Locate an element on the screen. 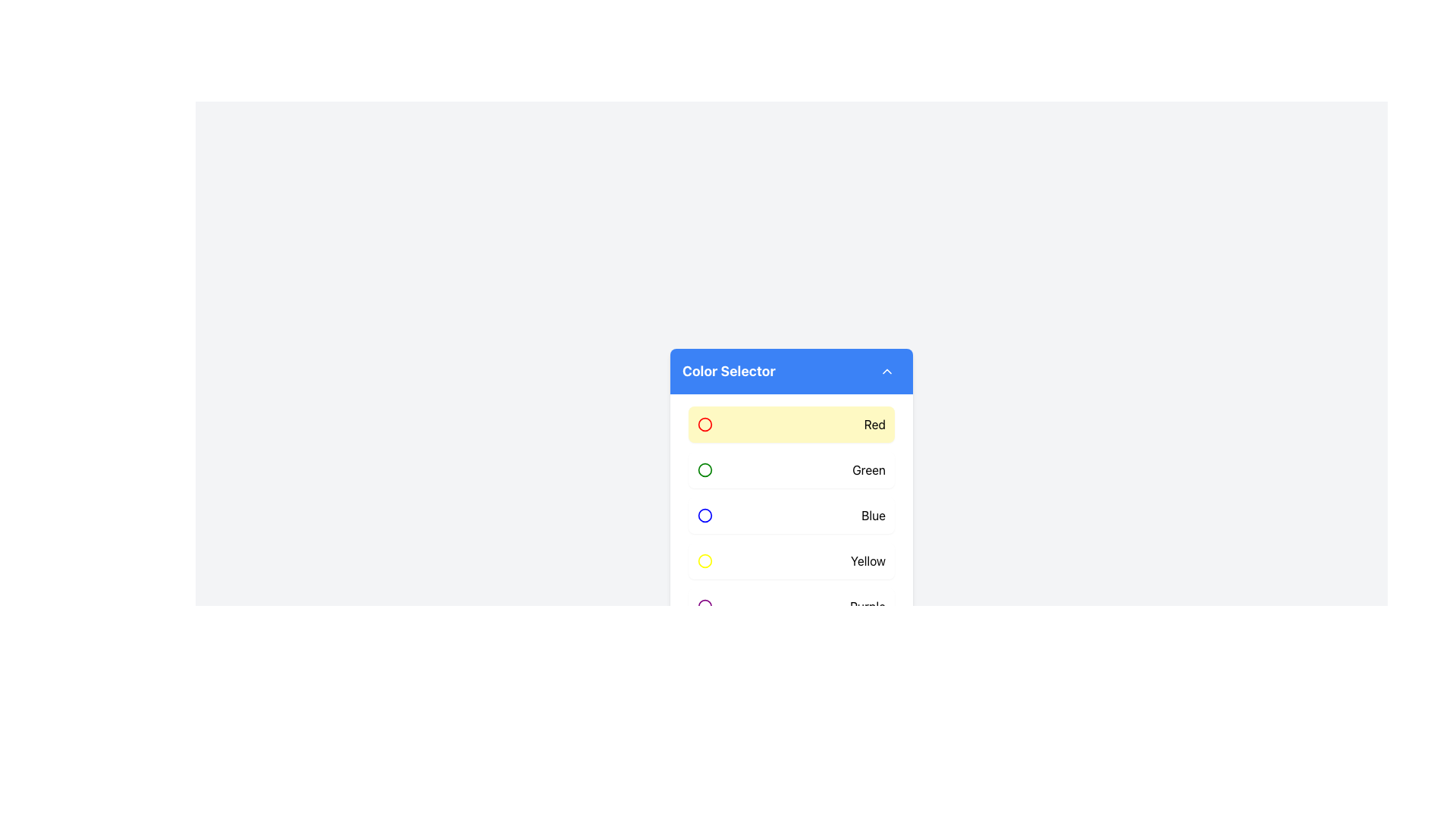  the circular red-filled icon with a white border located within the yellow-highlighted rectangular area to the left of the text label 'Red' in the 'Color Selector' dropdown list is located at coordinates (704, 424).